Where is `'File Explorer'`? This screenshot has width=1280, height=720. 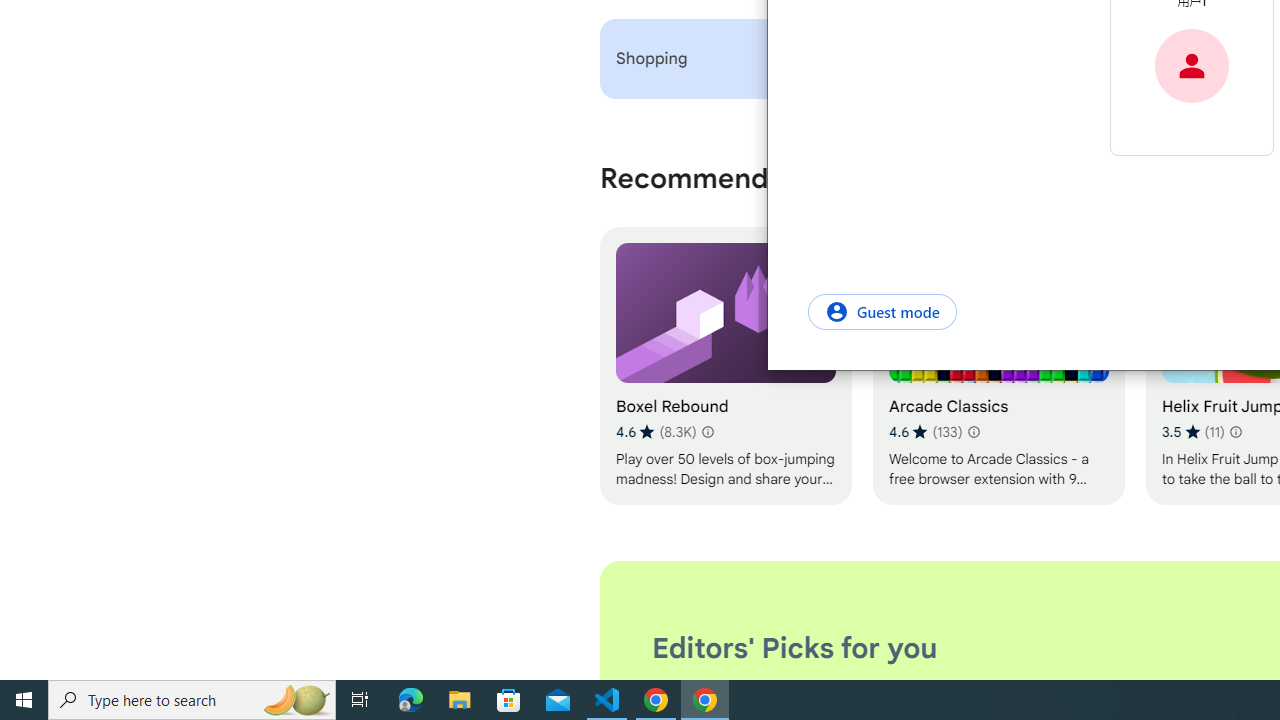
'File Explorer' is located at coordinates (459, 698).